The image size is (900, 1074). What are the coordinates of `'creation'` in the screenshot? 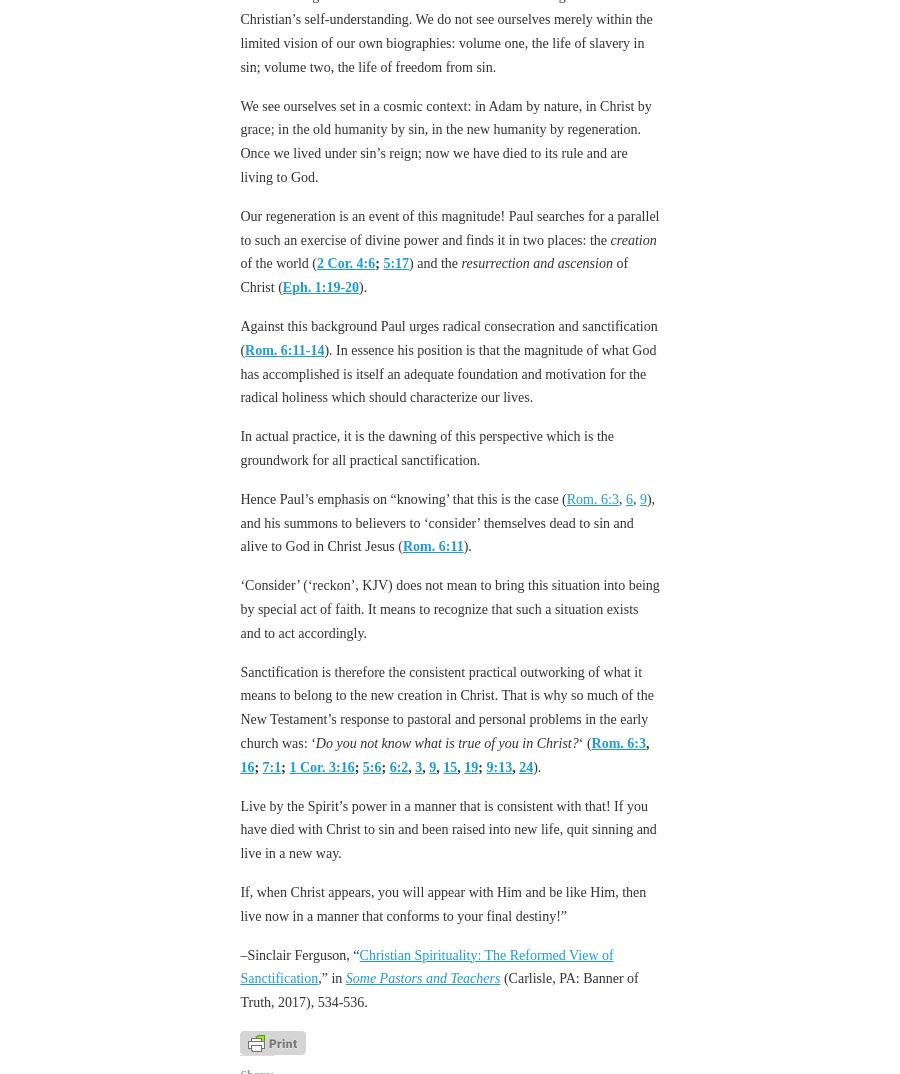 It's located at (632, 238).